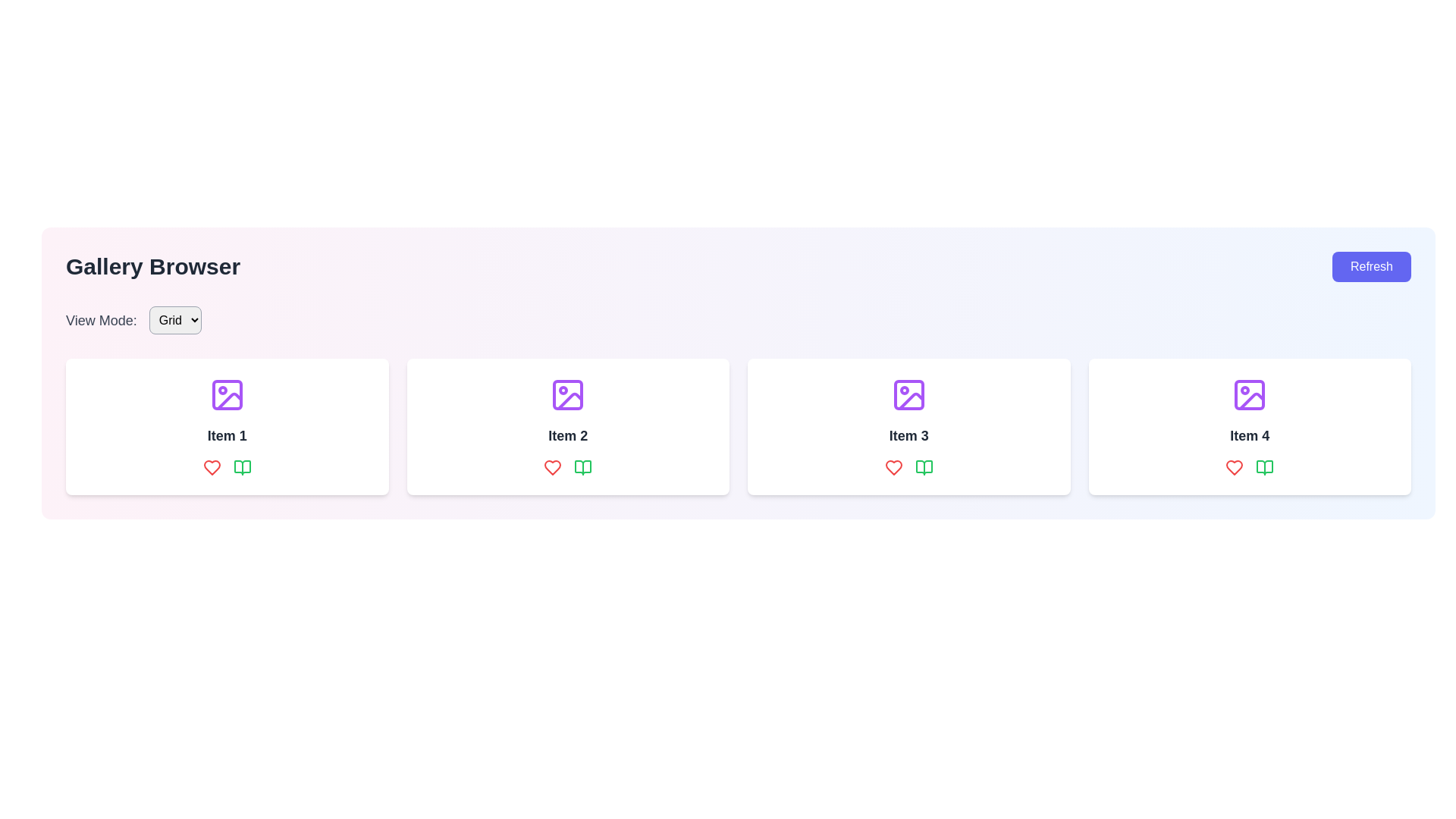 The width and height of the screenshot is (1456, 819). I want to click on the inclined line with a purple stroke, part of the vector graphic in the fourth item card of the gallery grid, so click(1252, 400).